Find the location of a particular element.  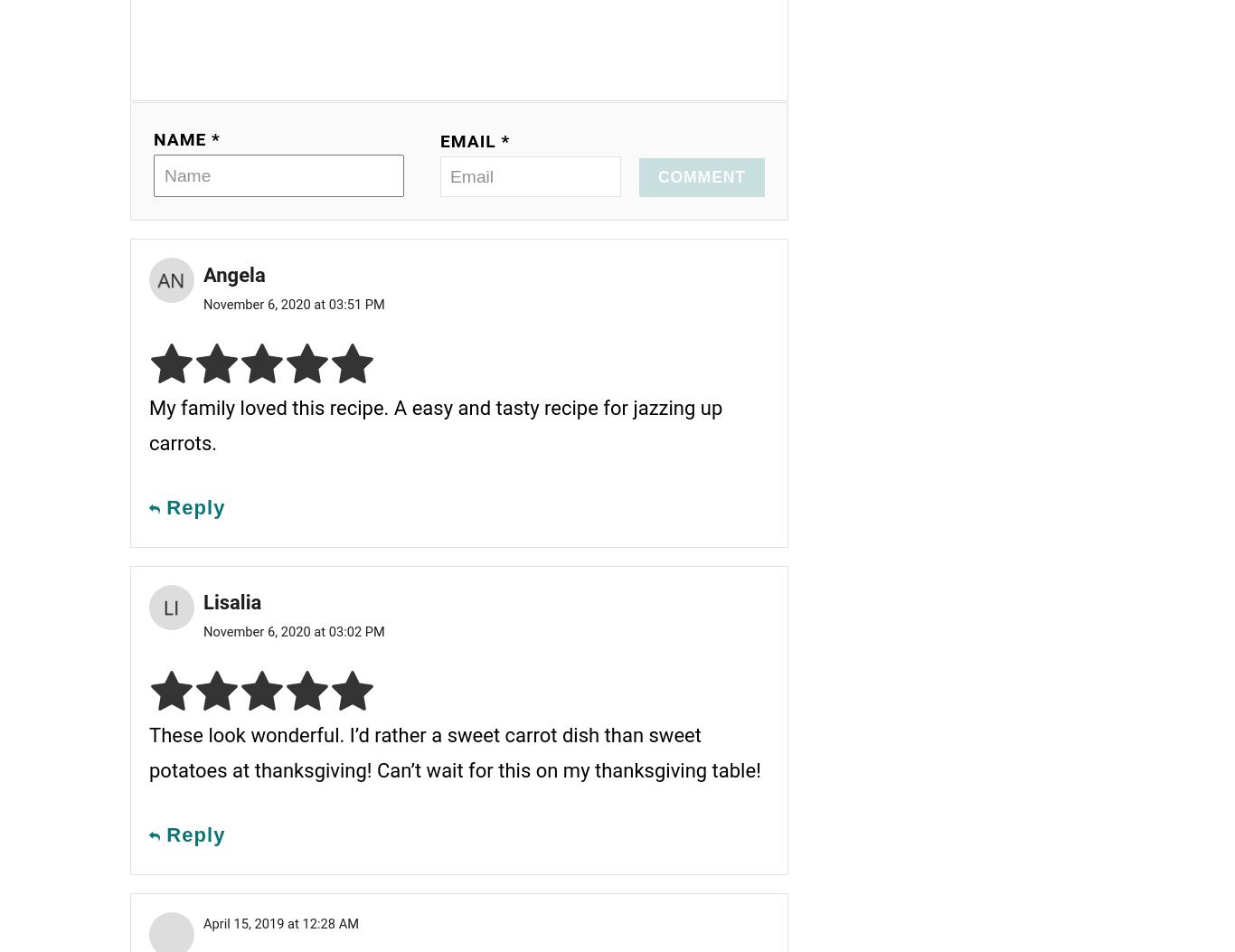

'November 6, 2020 at 03:02 PM' is located at coordinates (293, 631).